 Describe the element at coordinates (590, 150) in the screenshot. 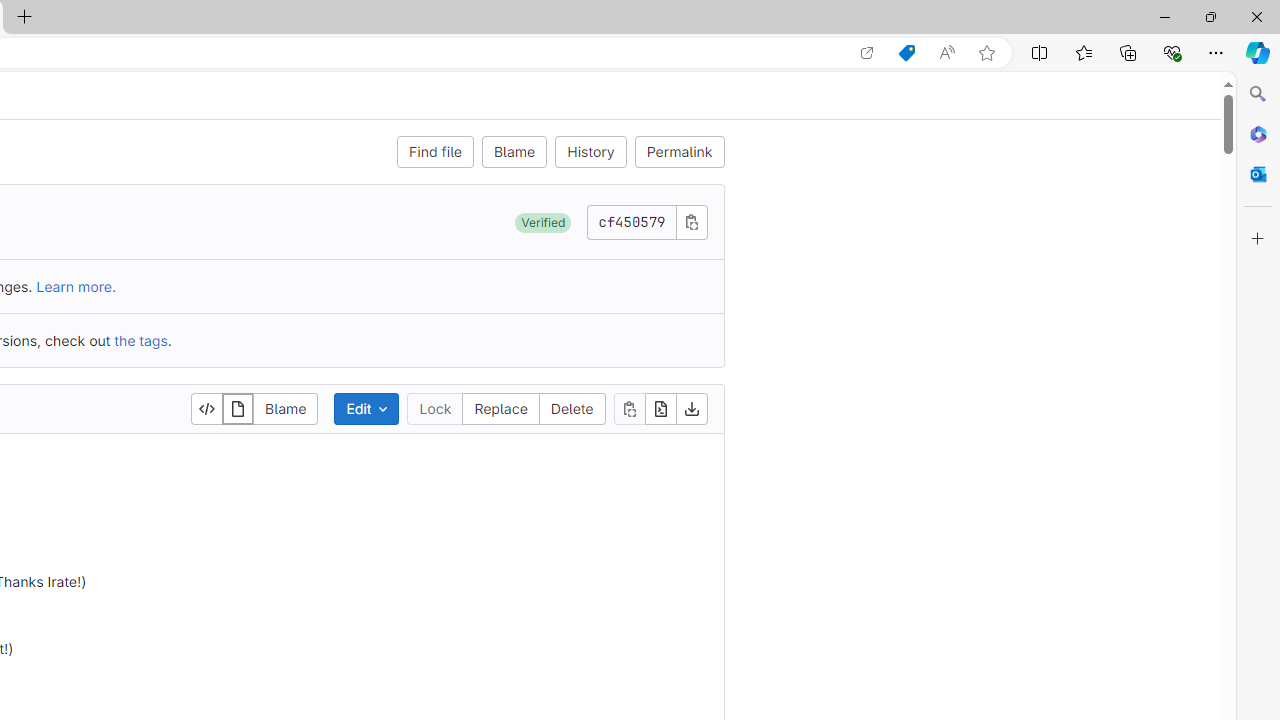

I see `'History'` at that location.